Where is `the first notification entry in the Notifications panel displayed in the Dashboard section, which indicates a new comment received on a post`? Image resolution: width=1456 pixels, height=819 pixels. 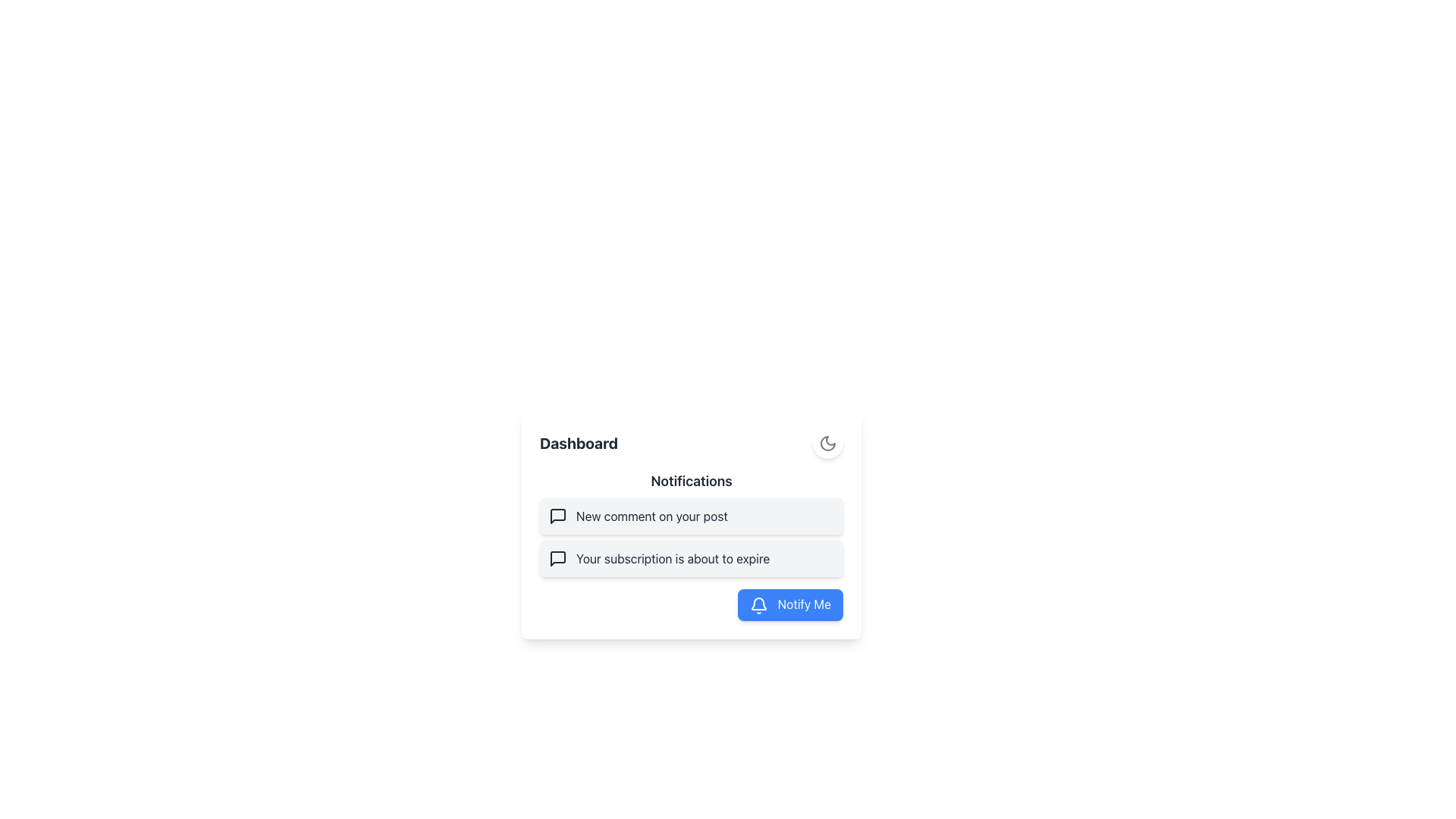
the first notification entry in the Notifications panel displayed in the Dashboard section, which indicates a new comment received on a post is located at coordinates (691, 516).